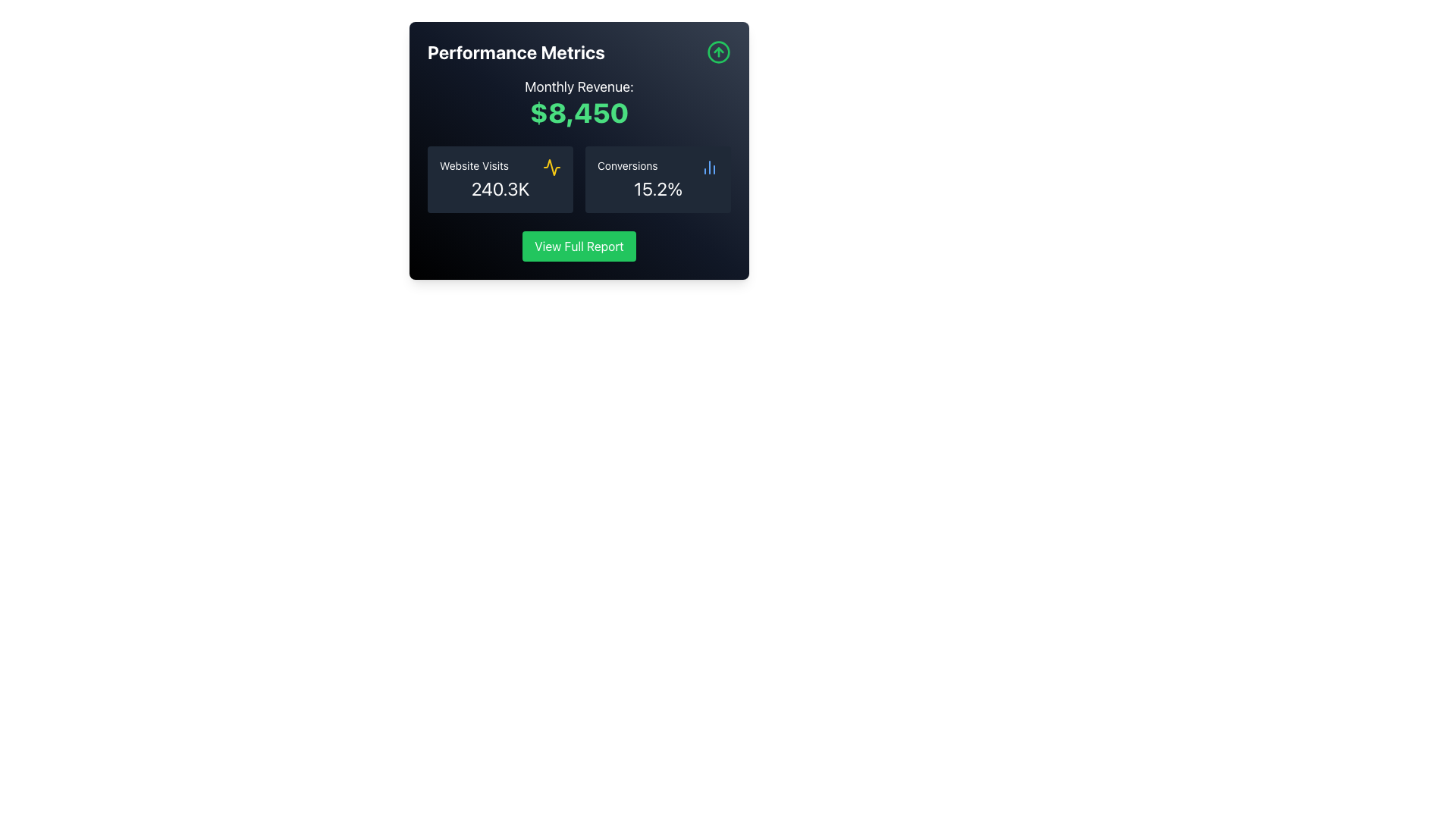  Describe the element at coordinates (709, 167) in the screenshot. I see `the performance chart icon, which is a blue icon composed of three vertical bars arranged in a column chart style, located to the right of the 'Conversions' text within the 'Performance Metrics' card` at that location.